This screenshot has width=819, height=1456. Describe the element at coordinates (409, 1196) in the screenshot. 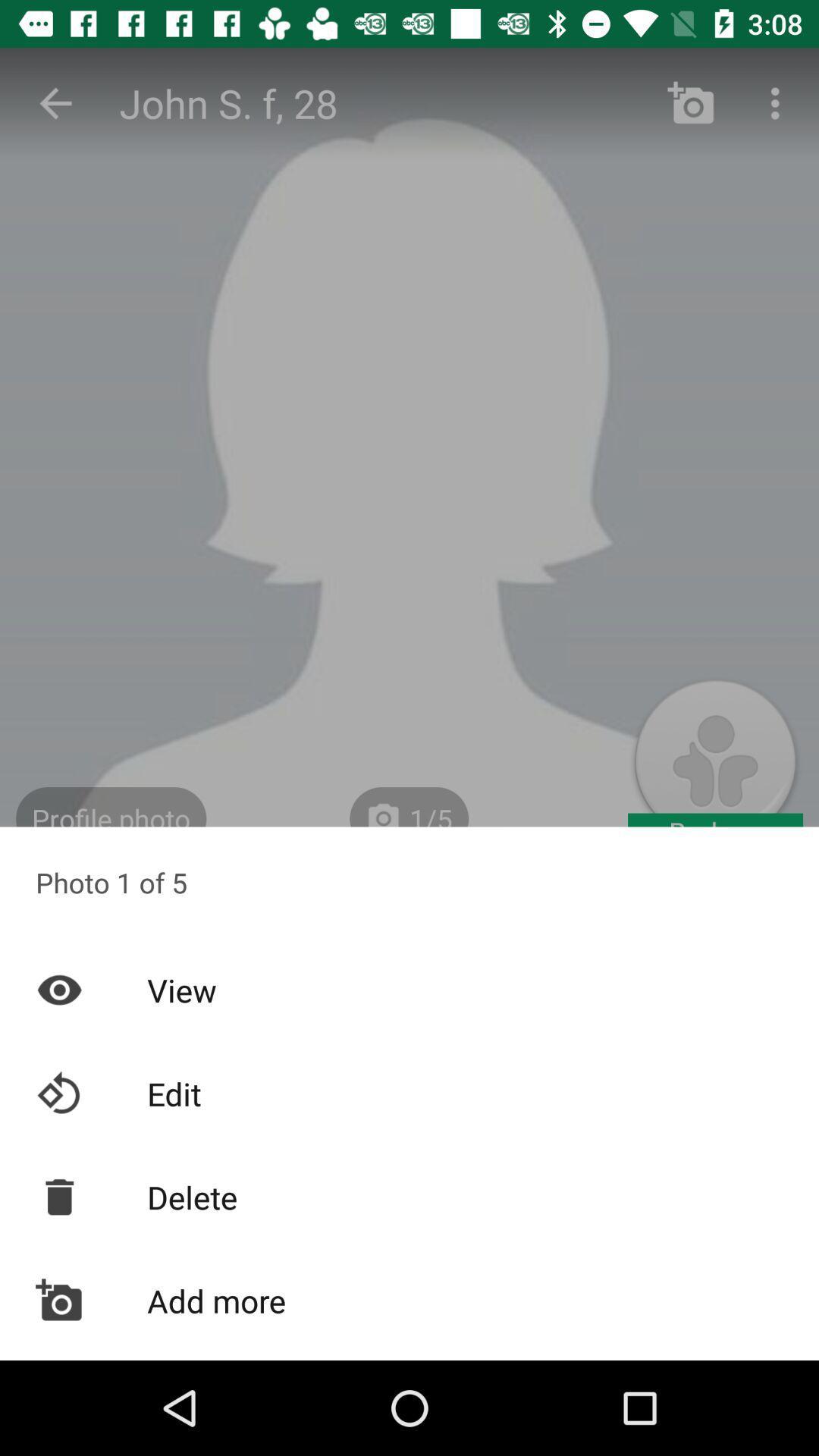

I see `icon below edit icon` at that location.